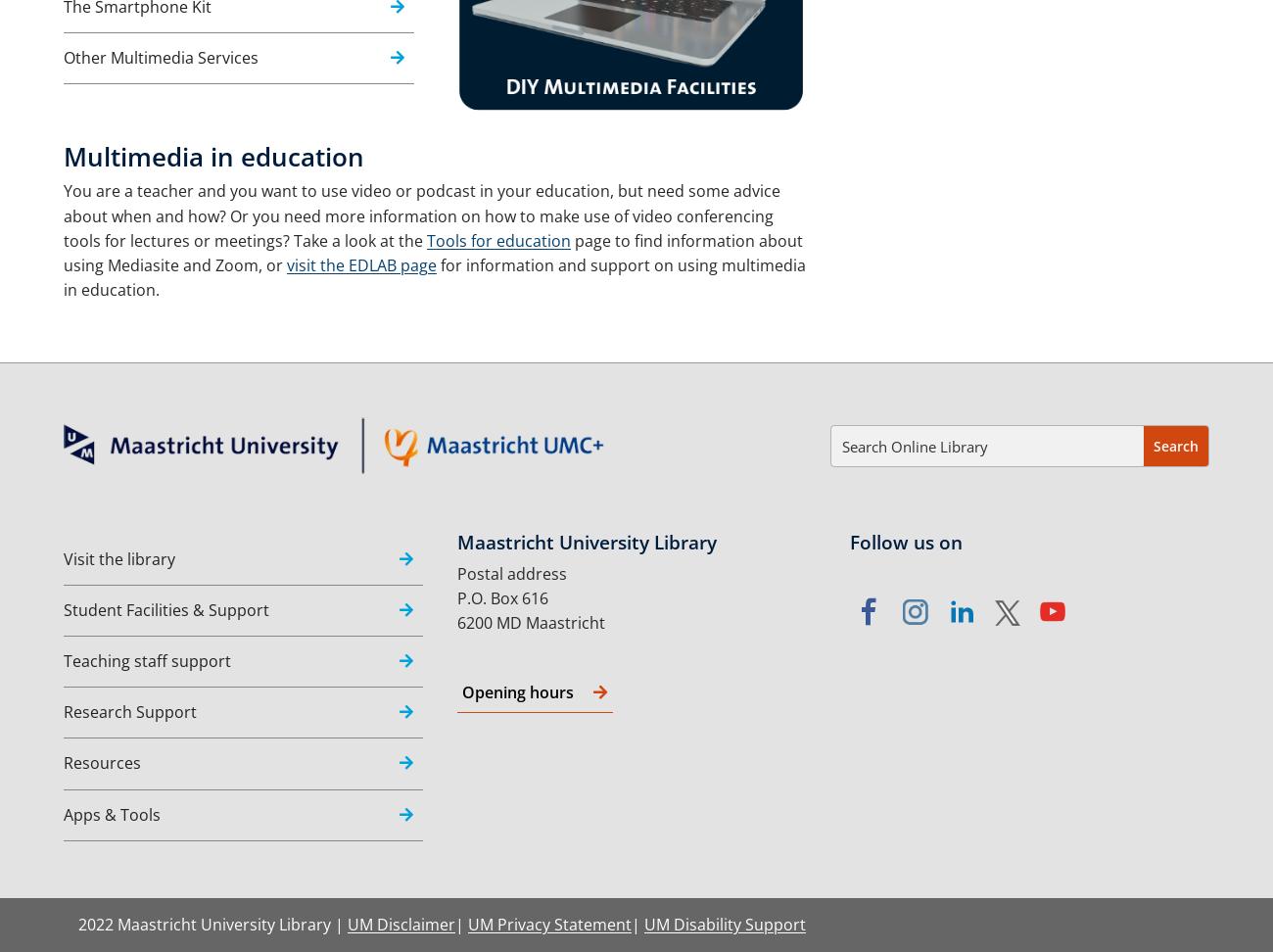 This screenshot has height=952, width=1273. I want to click on 'Teaching staff support', so click(146, 659).